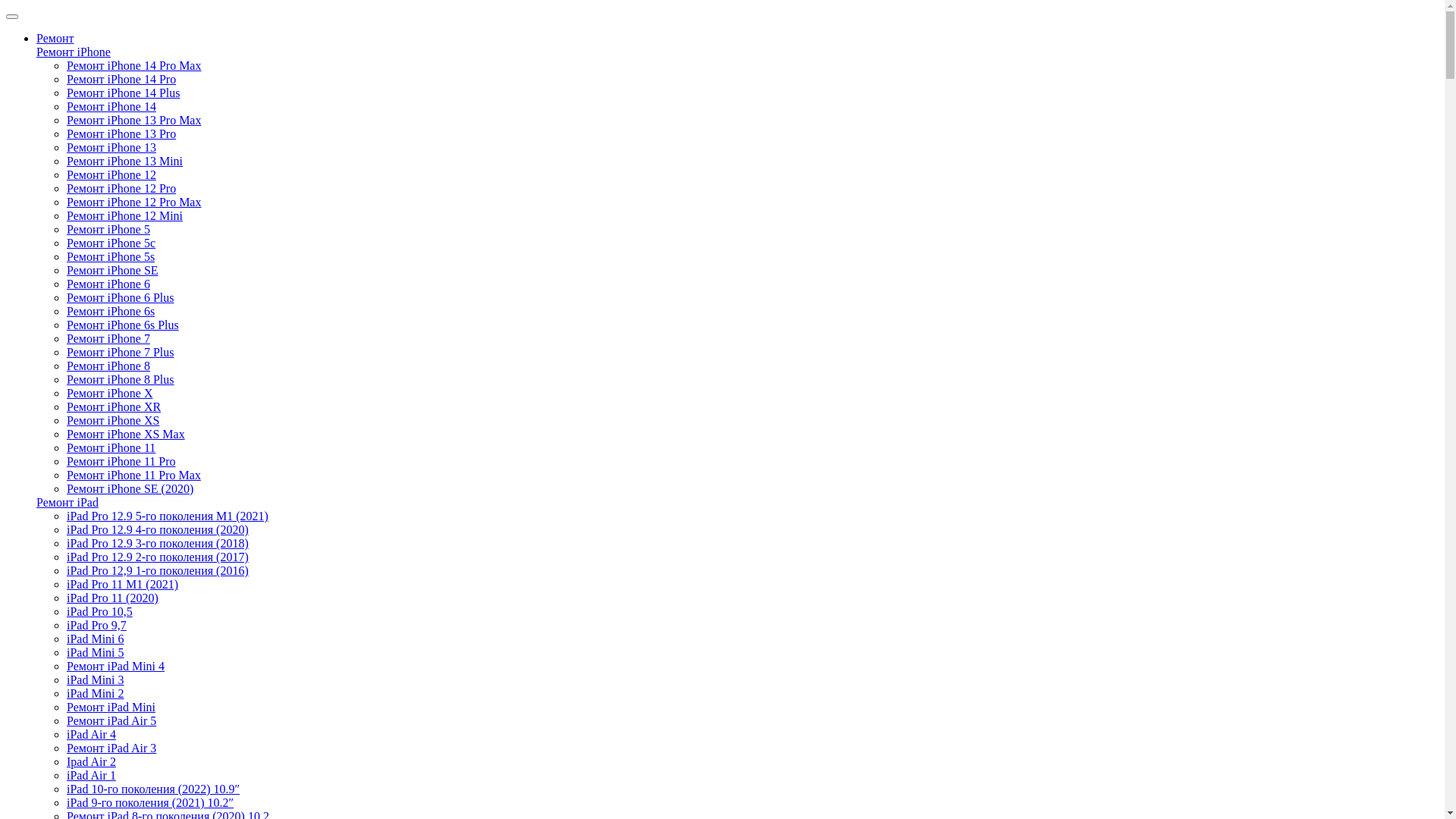 The image size is (1456, 819). What do you see at coordinates (111, 597) in the screenshot?
I see `'iPad Pro 11 (2020)'` at bounding box center [111, 597].